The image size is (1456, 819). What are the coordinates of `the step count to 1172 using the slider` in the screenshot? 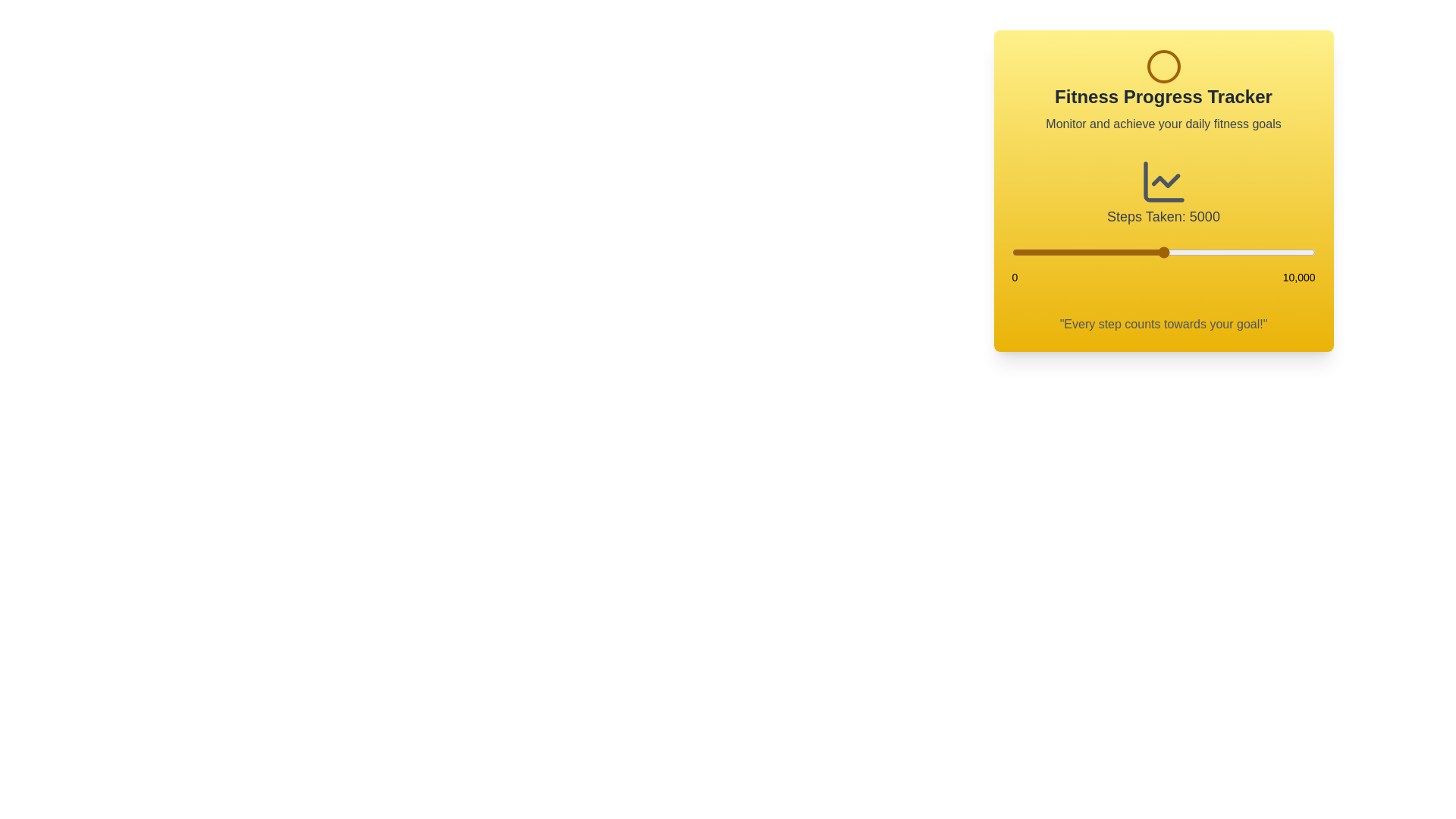 It's located at (1046, 251).